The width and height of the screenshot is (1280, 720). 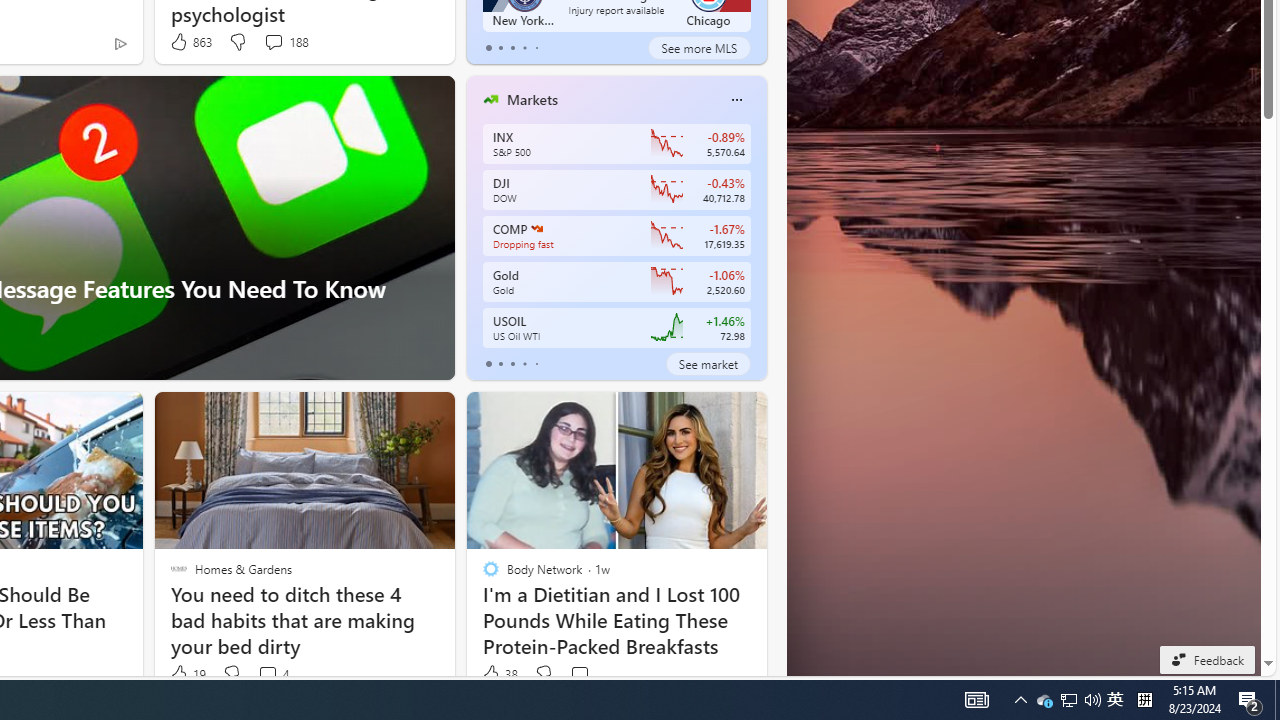 What do you see at coordinates (536, 363) in the screenshot?
I see `'tab-4'` at bounding box center [536, 363].